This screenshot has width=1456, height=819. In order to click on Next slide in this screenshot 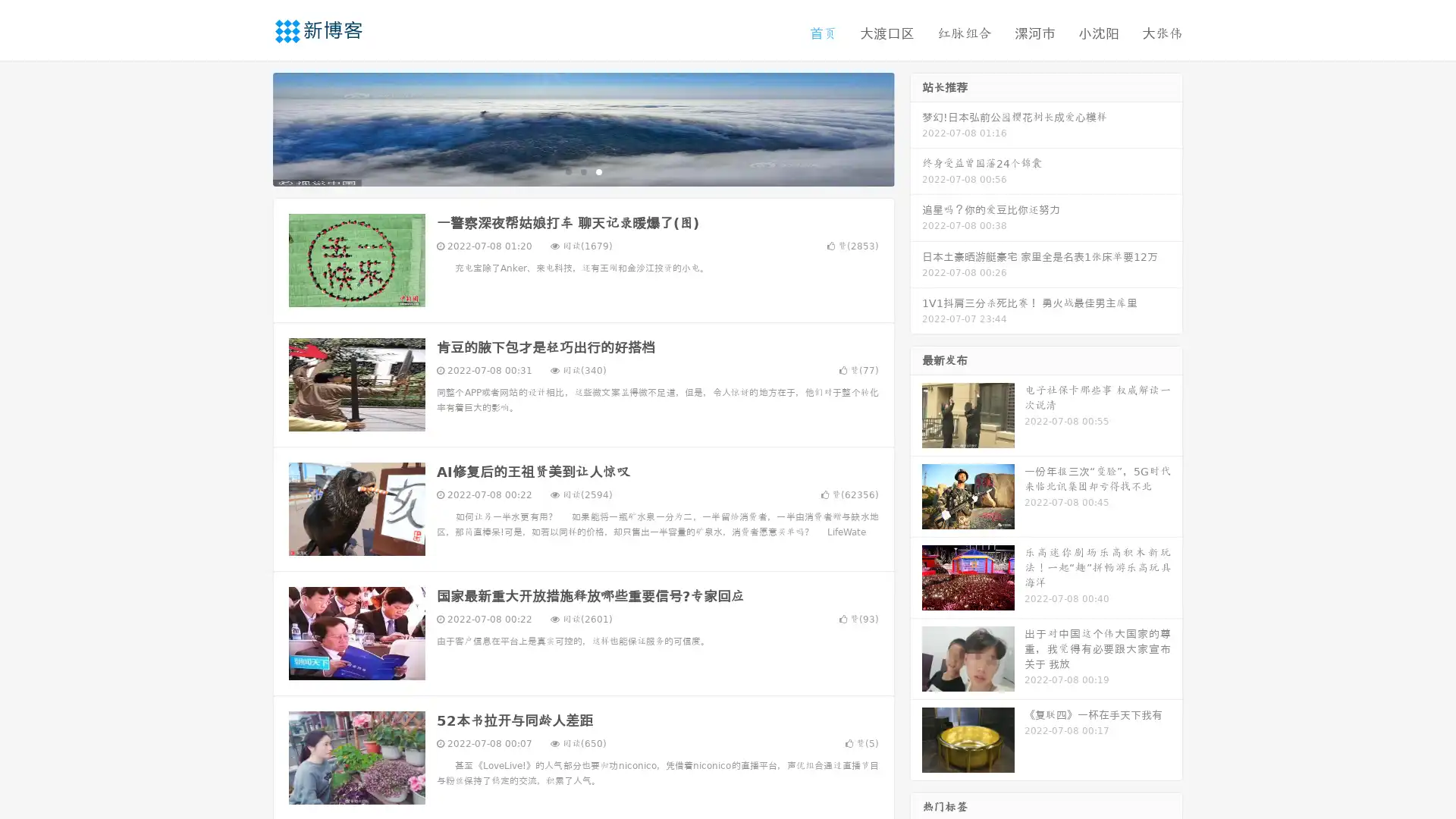, I will do `click(916, 127)`.